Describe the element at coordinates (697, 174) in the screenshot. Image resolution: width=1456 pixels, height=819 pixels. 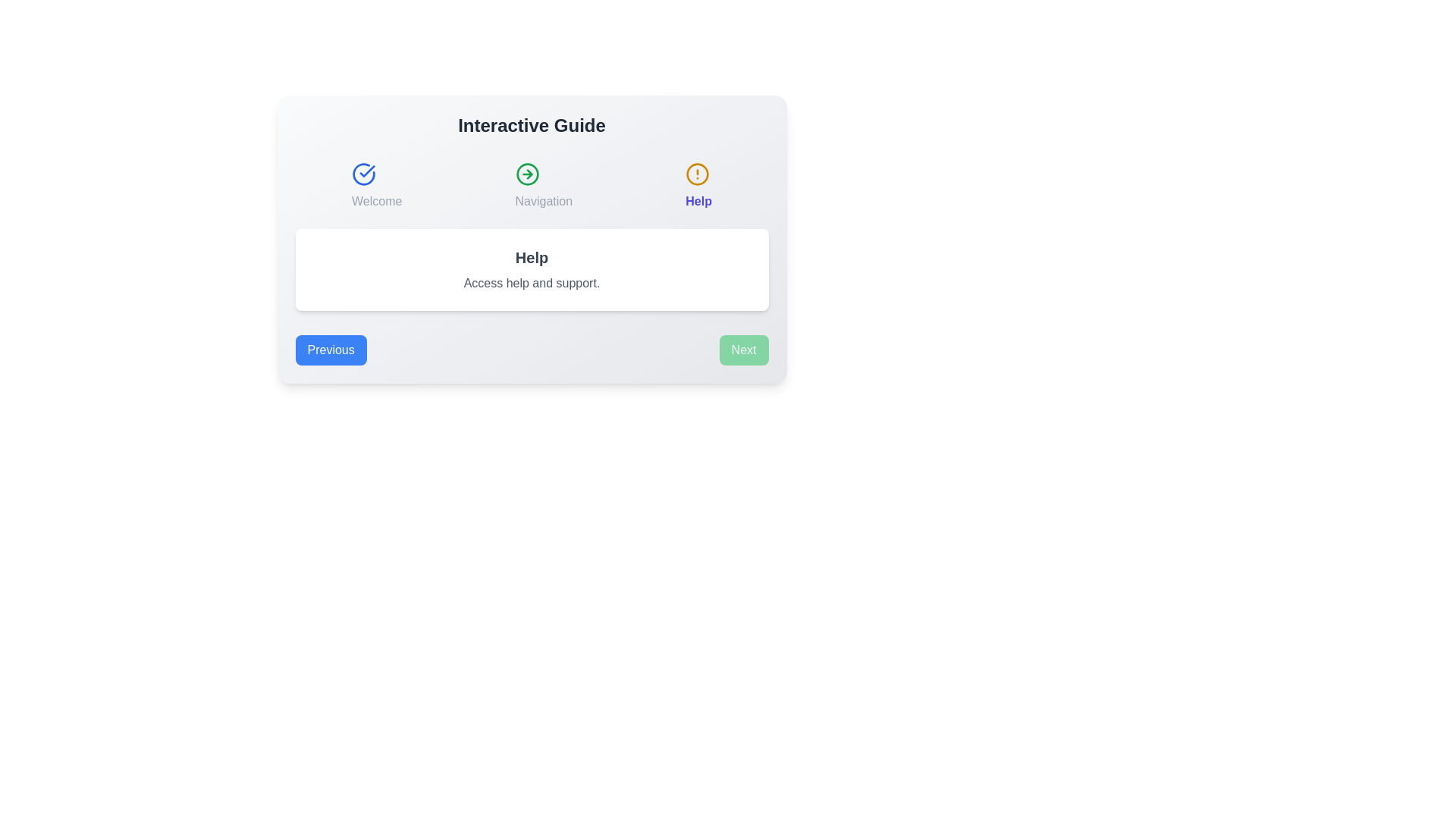
I see `the circular icon with a thin yellow border and a white interior that contains a centered yellow exclamation mark, located within the 'Help' icon on the right-hand side of the top section of the 'Interactive Guide' interface` at that location.